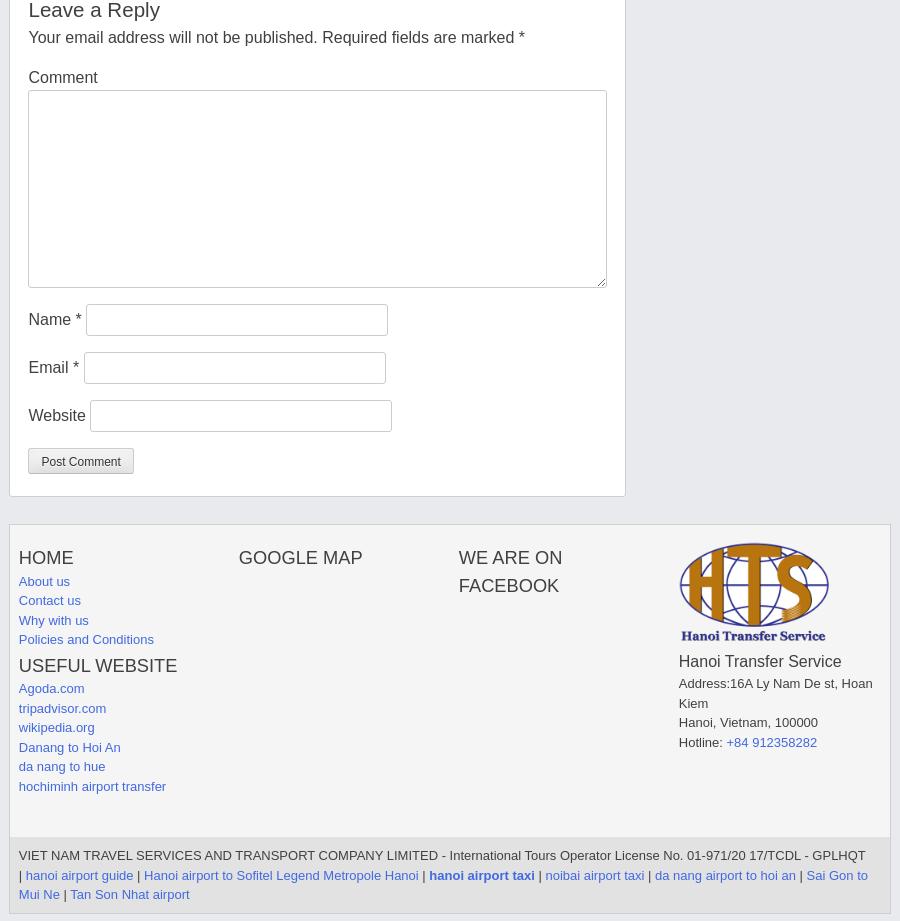 Image resolution: width=900 pixels, height=921 pixels. What do you see at coordinates (17, 883) in the screenshot?
I see `'Sai Gon to Mui Ne'` at bounding box center [17, 883].